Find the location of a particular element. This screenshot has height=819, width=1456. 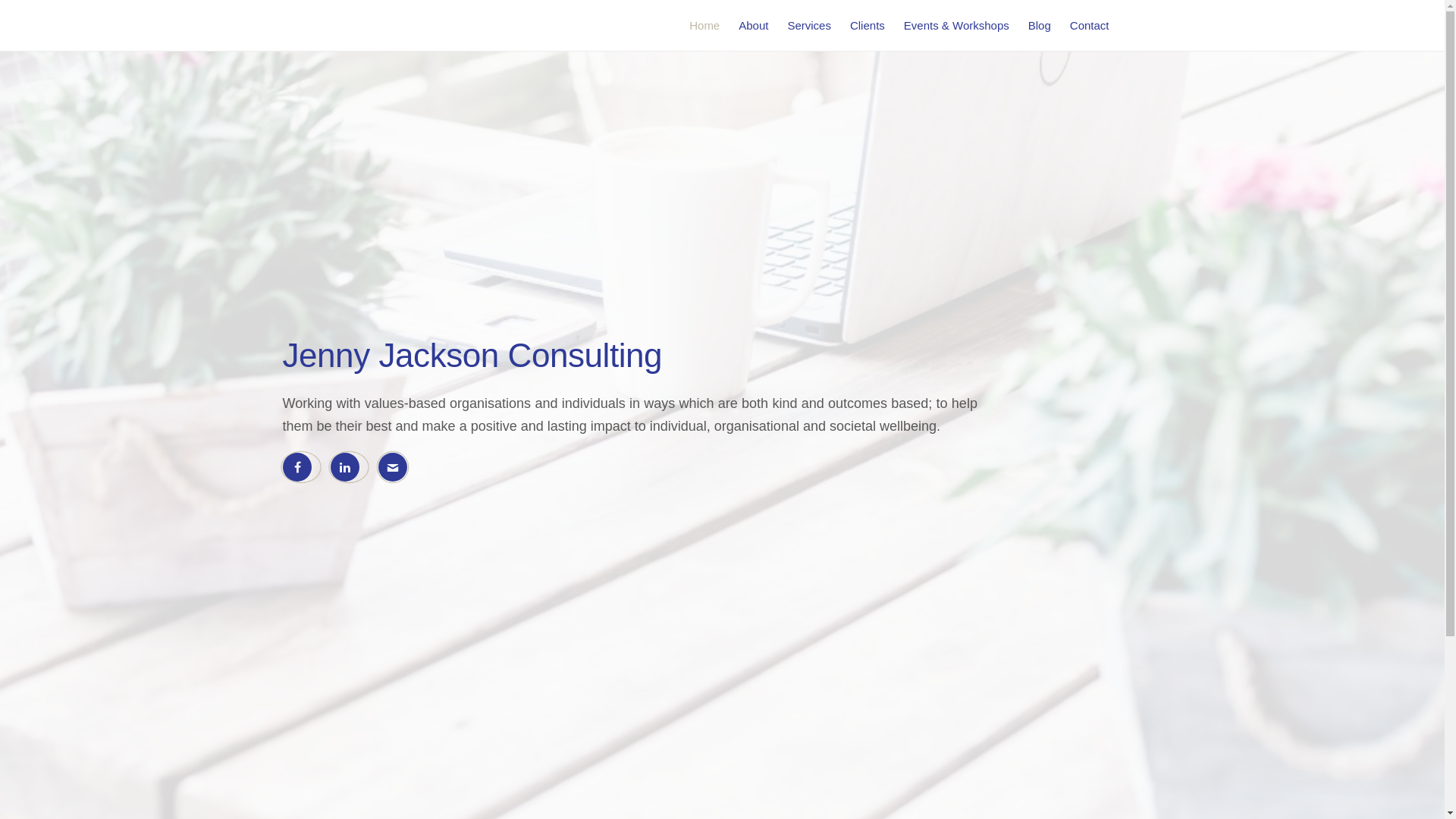

'Home' is located at coordinates (704, 25).